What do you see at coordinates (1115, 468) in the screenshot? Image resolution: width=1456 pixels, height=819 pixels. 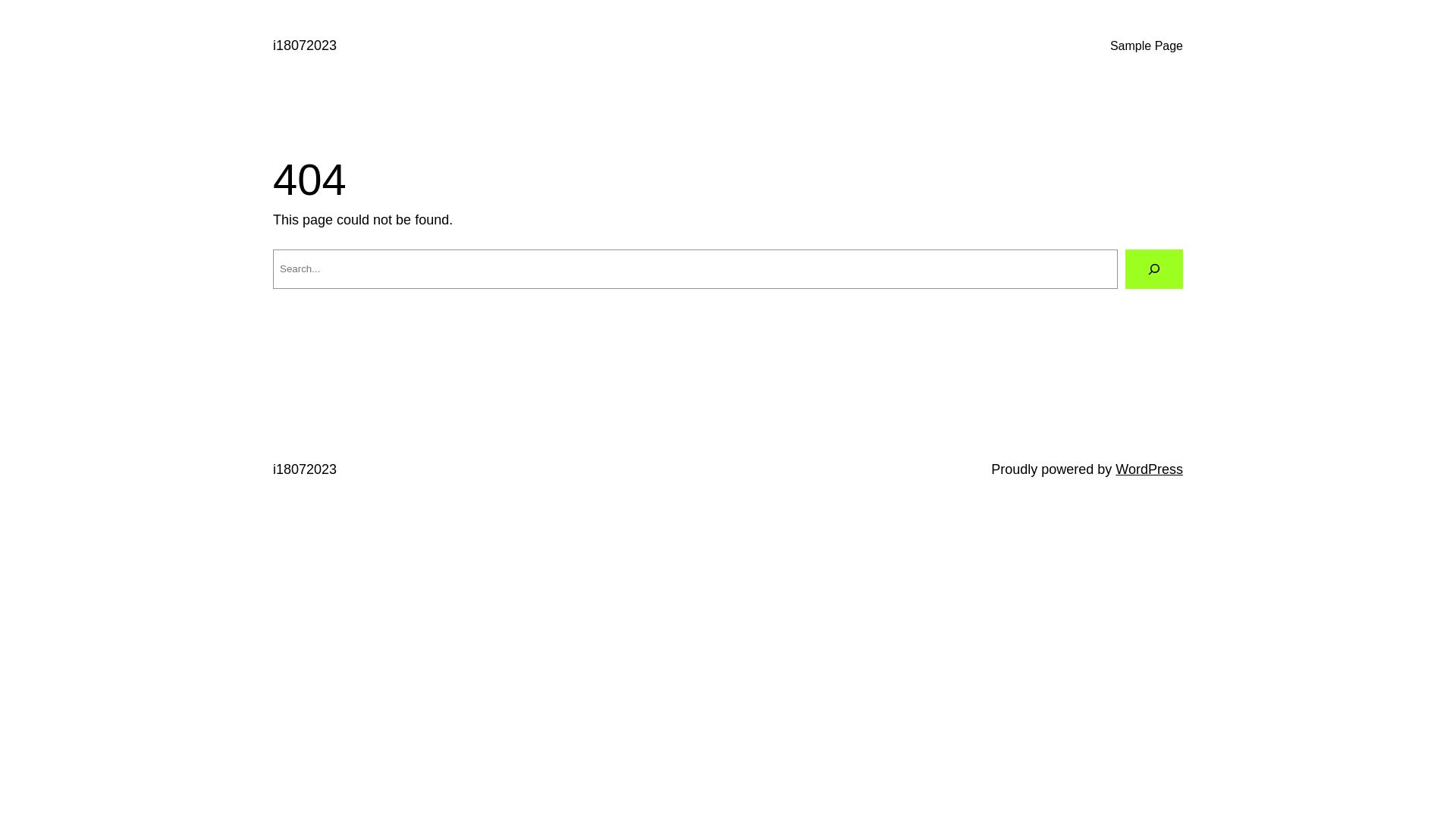 I see `'WordPress'` at bounding box center [1115, 468].